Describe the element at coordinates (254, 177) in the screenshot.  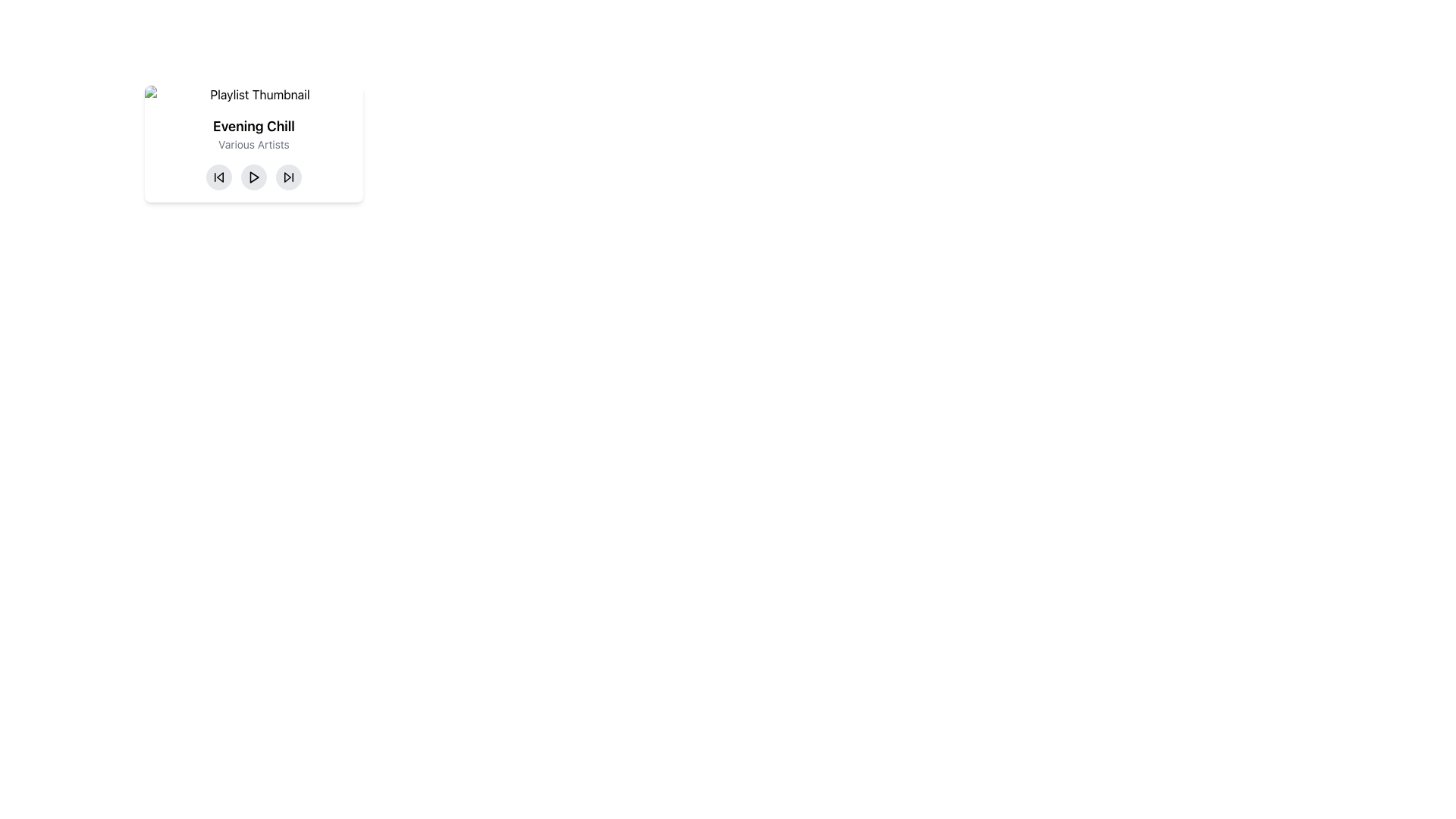
I see `the play icon, which is a triangular element located in the center of the SVG play button` at that location.